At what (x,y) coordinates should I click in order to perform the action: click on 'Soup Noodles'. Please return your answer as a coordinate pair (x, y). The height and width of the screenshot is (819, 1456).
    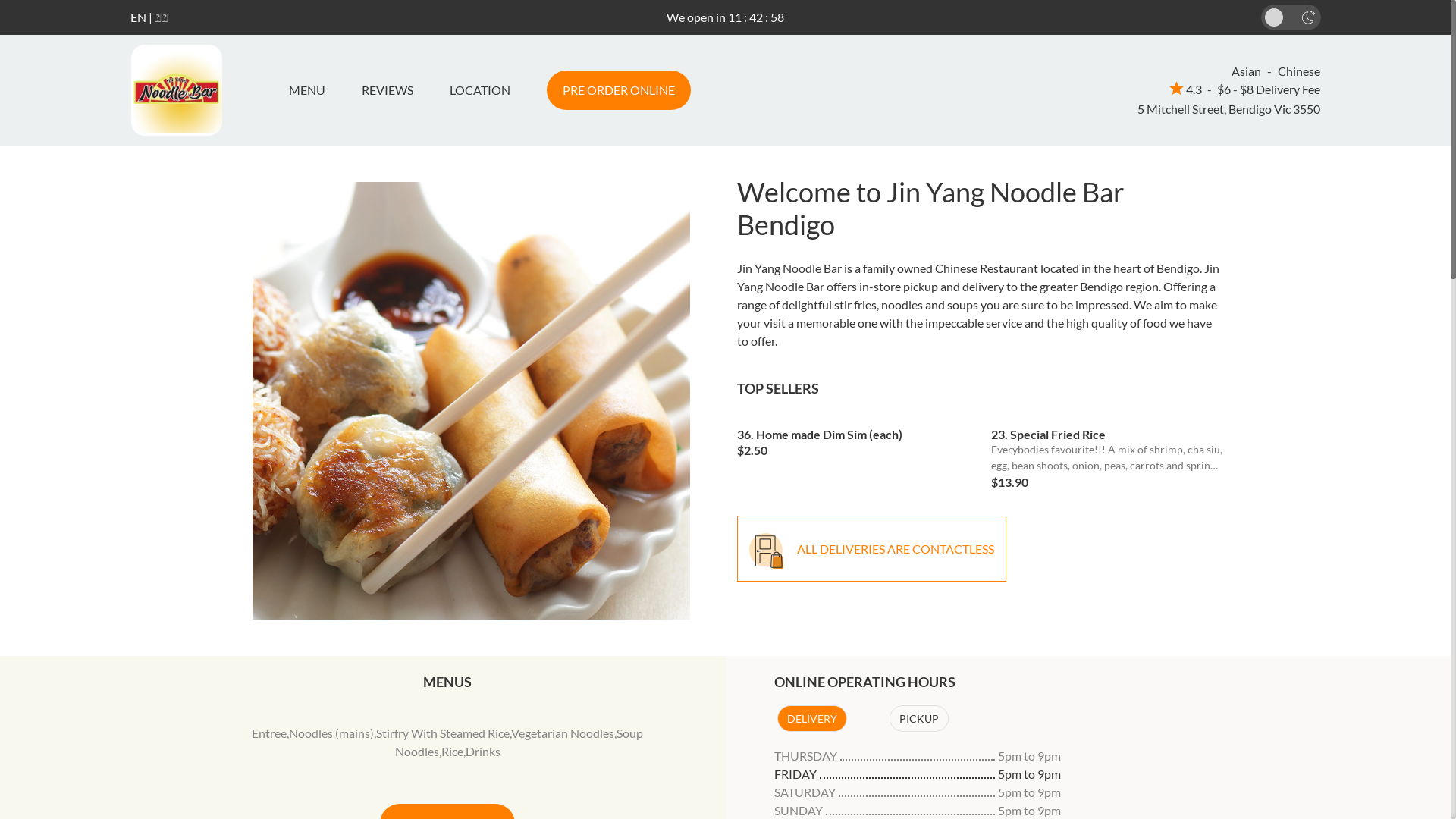
    Looking at the image, I should click on (519, 741).